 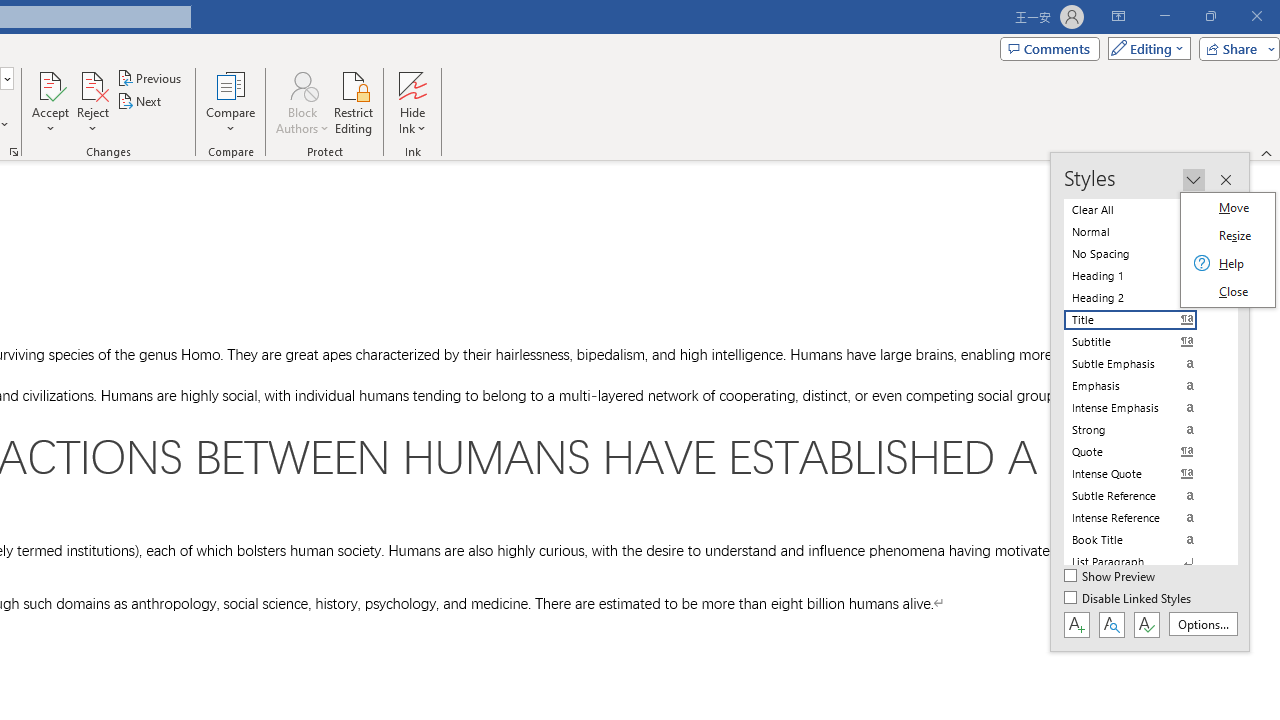 I want to click on 'Emphasis', so click(x=1142, y=385).